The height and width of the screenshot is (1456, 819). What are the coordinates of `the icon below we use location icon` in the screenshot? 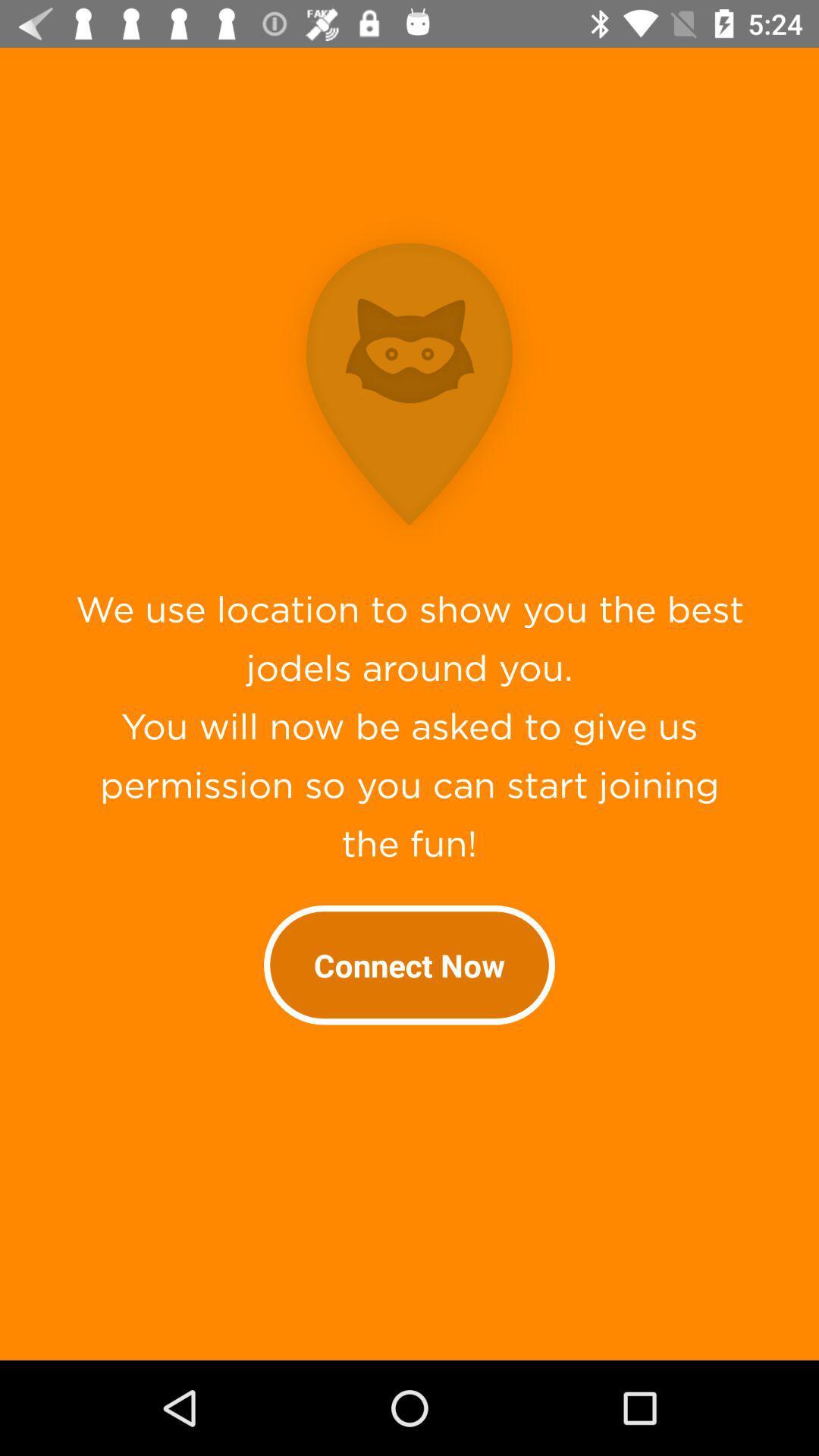 It's located at (409, 964).